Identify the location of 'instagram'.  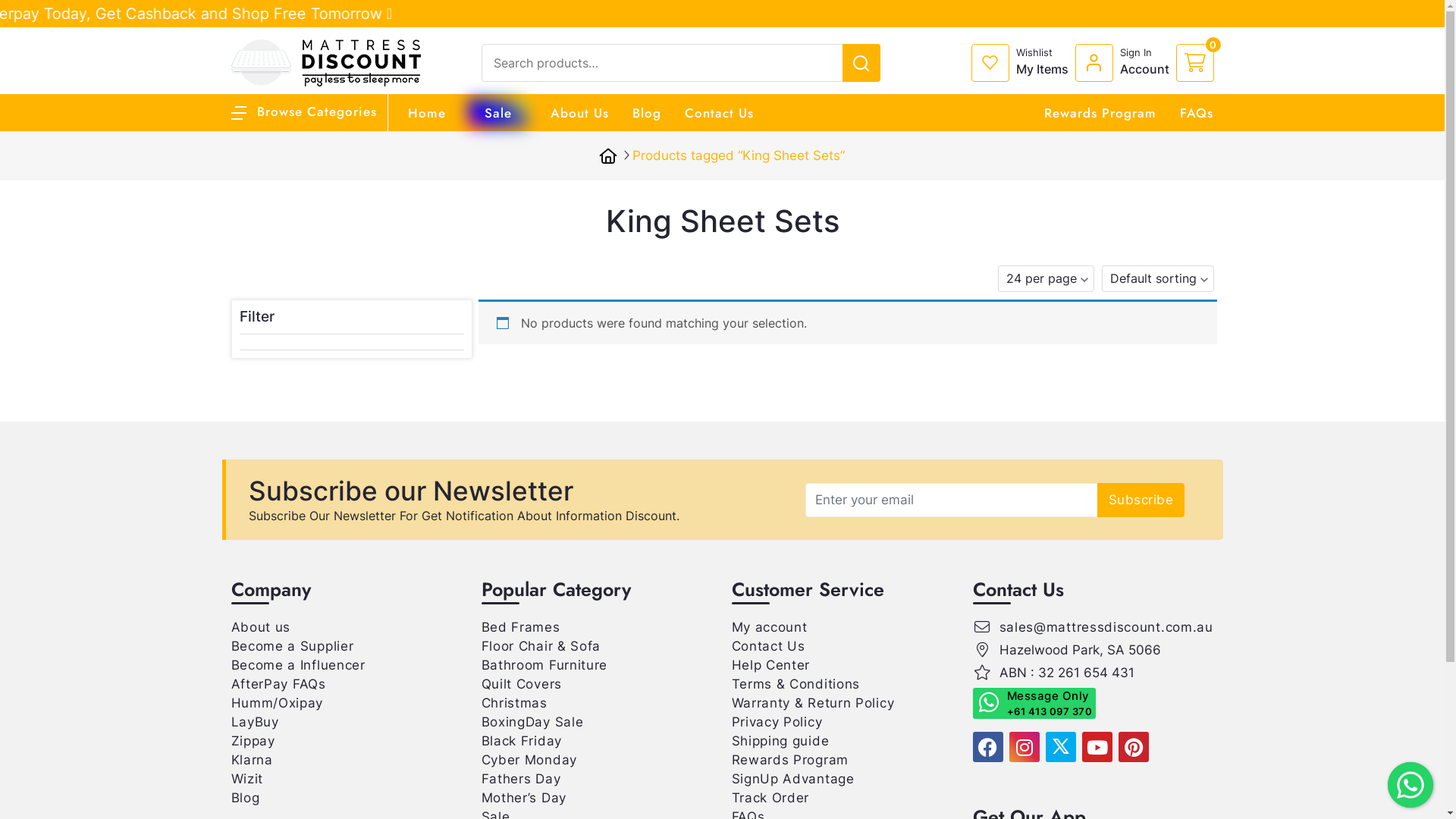
(1023, 745).